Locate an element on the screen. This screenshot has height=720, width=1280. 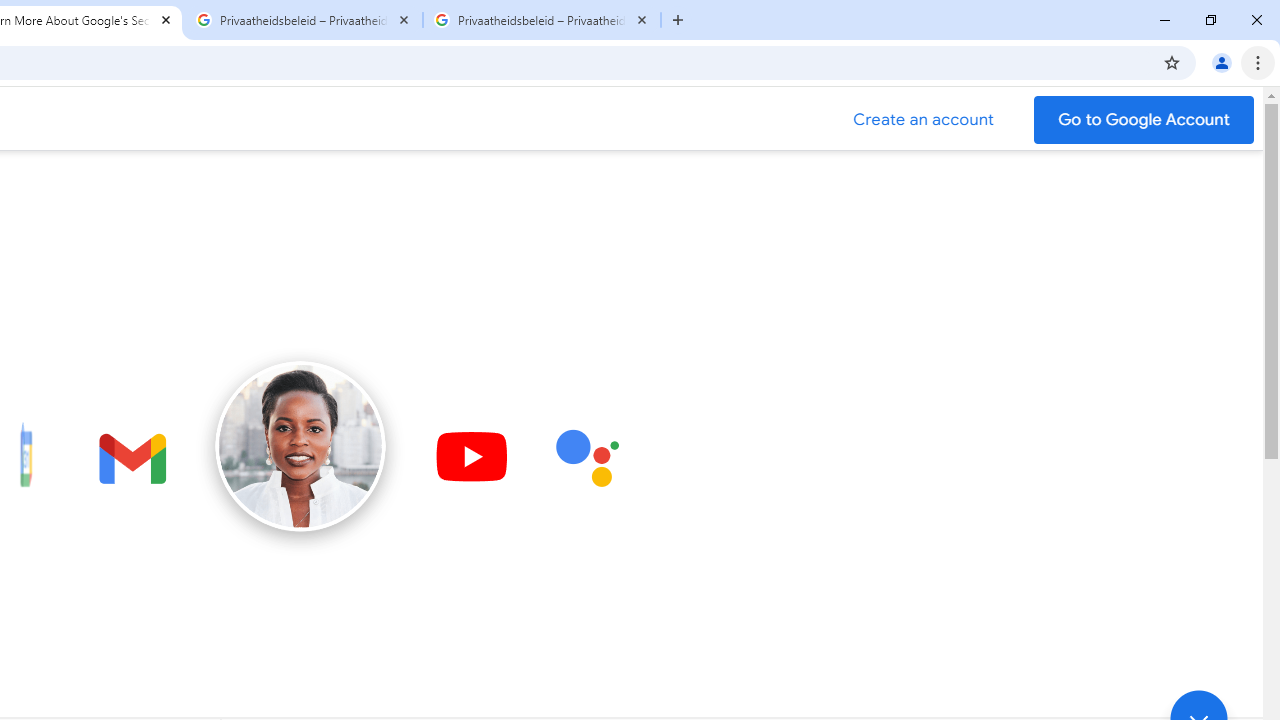
'New Tab' is located at coordinates (678, 20).